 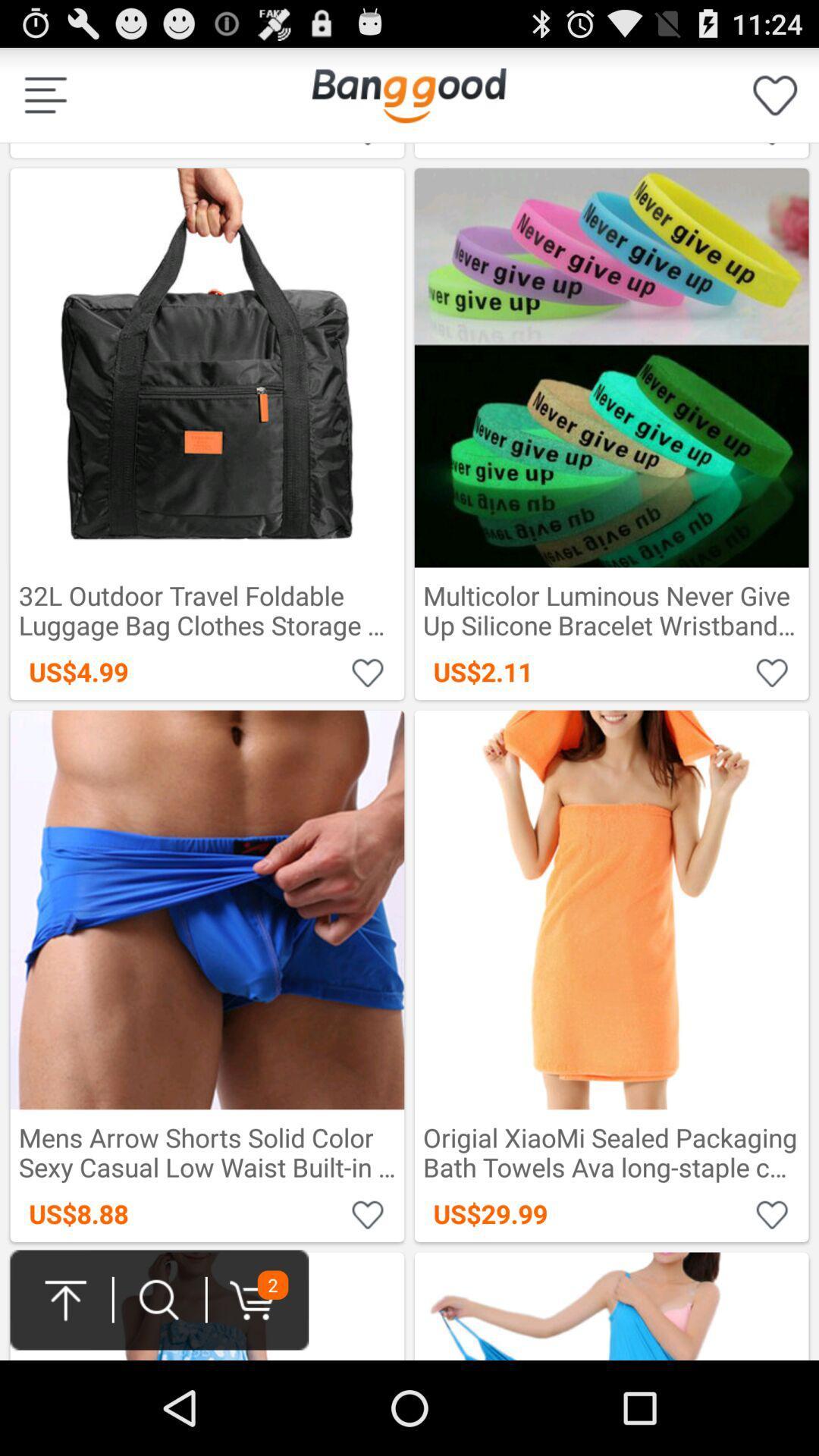 What do you see at coordinates (775, 94) in the screenshot?
I see `your likes on banggood` at bounding box center [775, 94].